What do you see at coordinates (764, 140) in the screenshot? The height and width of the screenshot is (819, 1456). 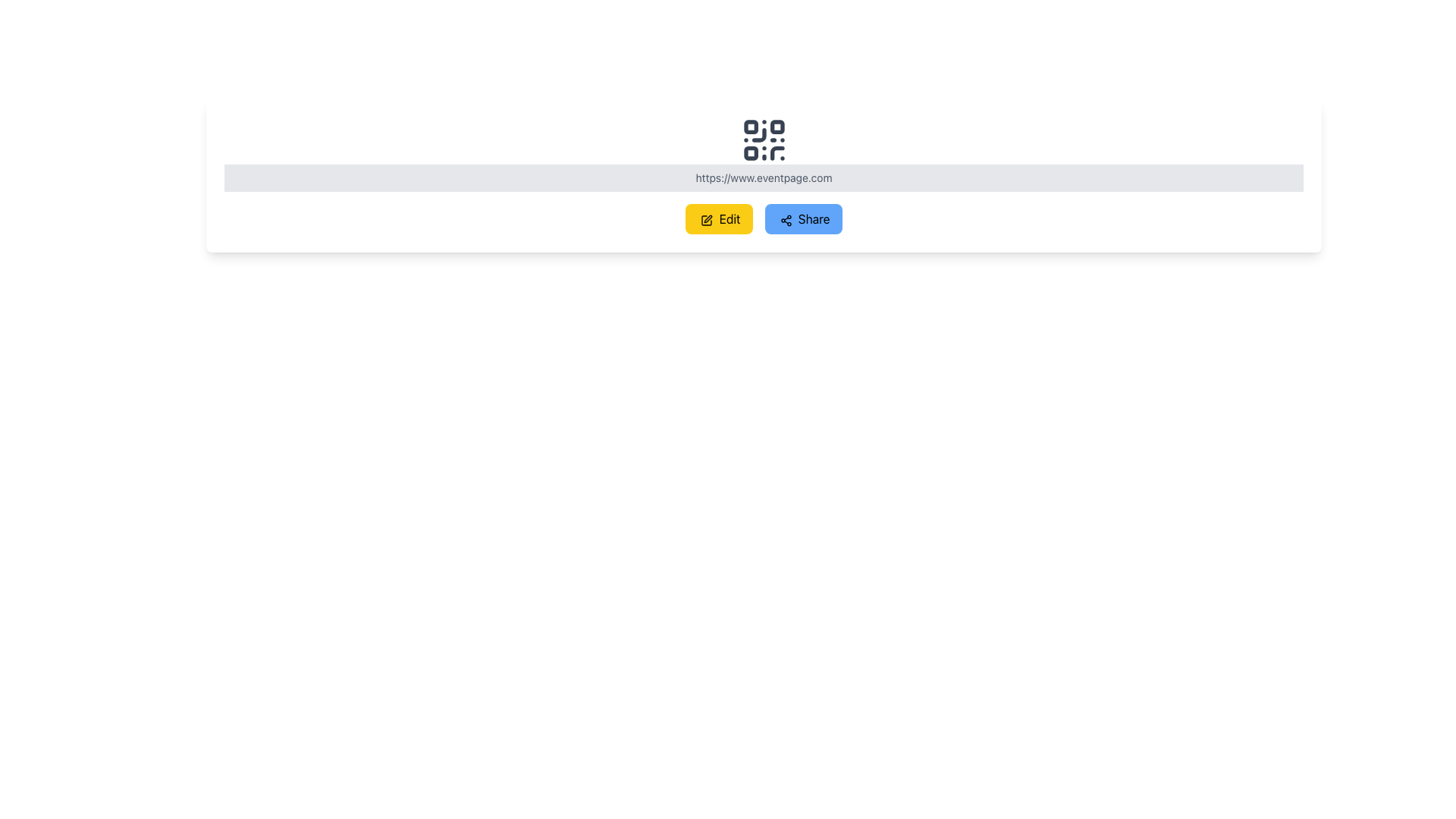 I see `the QR code element located at the top portion of the page, centered horizontally, just above the light gray background area containing the hyperlink` at bounding box center [764, 140].